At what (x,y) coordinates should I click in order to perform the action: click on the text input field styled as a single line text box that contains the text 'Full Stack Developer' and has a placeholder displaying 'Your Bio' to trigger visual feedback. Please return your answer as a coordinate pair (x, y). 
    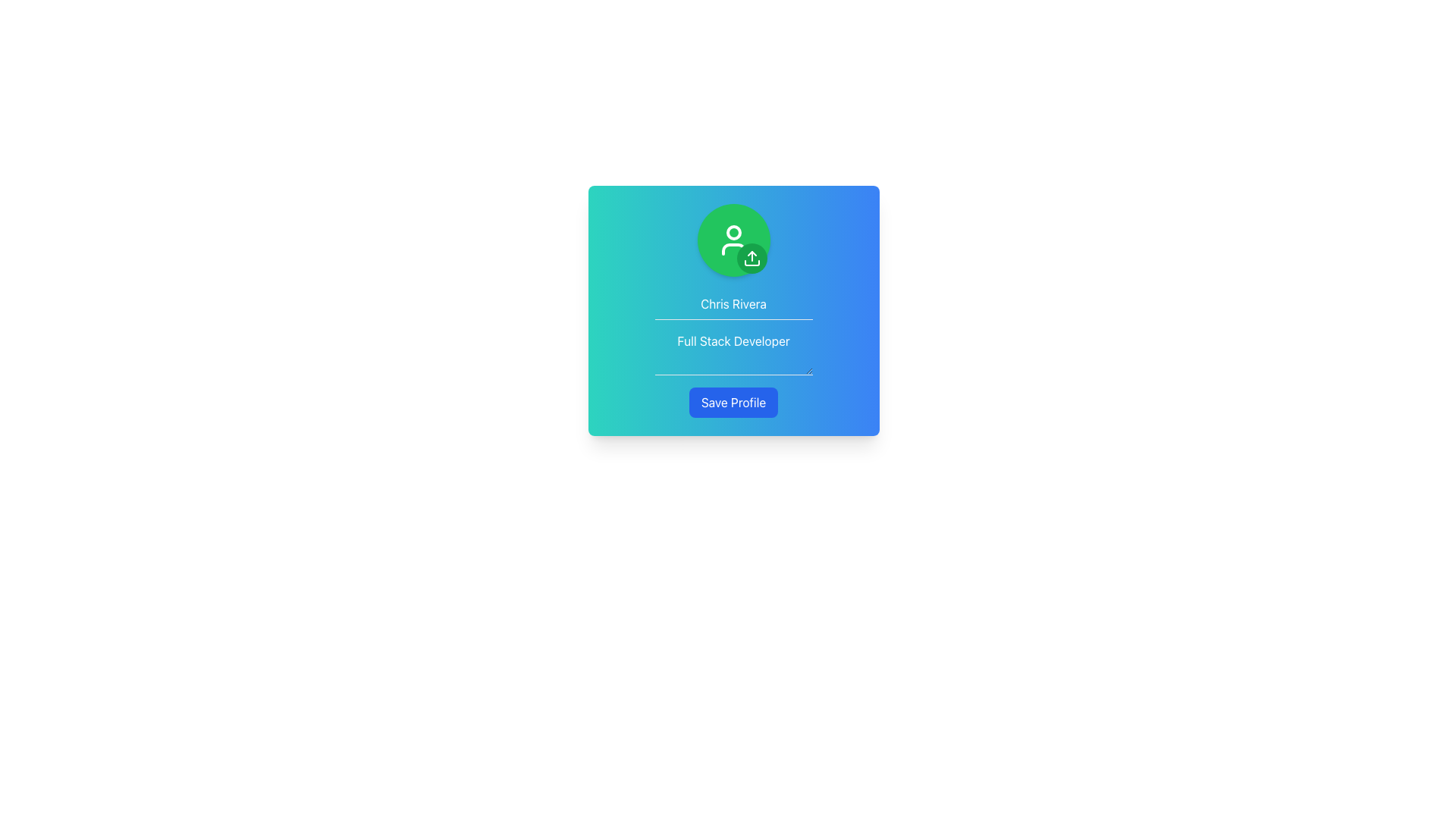
    Looking at the image, I should click on (733, 350).